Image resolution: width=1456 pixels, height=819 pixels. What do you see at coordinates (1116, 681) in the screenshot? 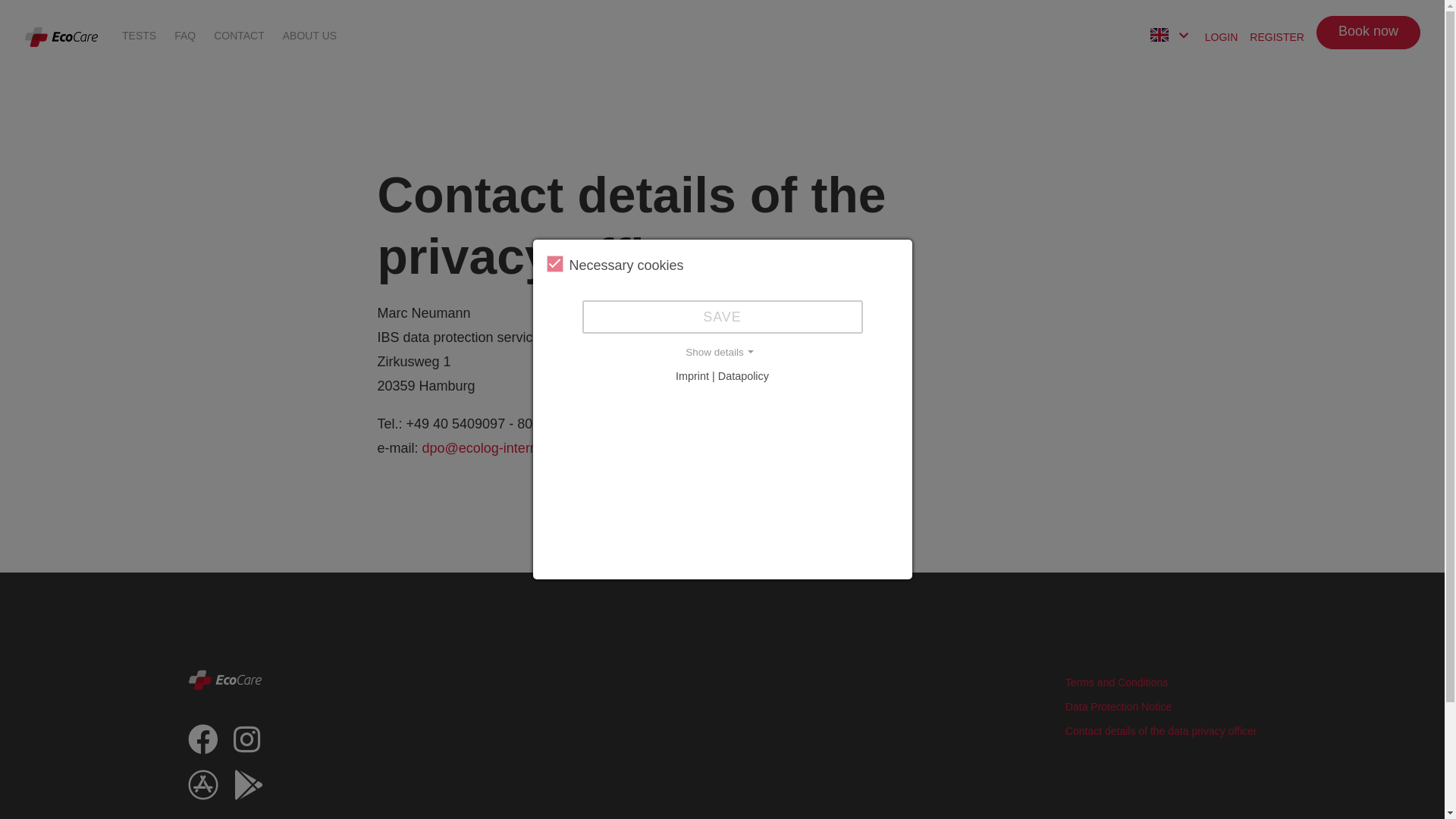
I see `'Terms and Conditions'` at bounding box center [1116, 681].